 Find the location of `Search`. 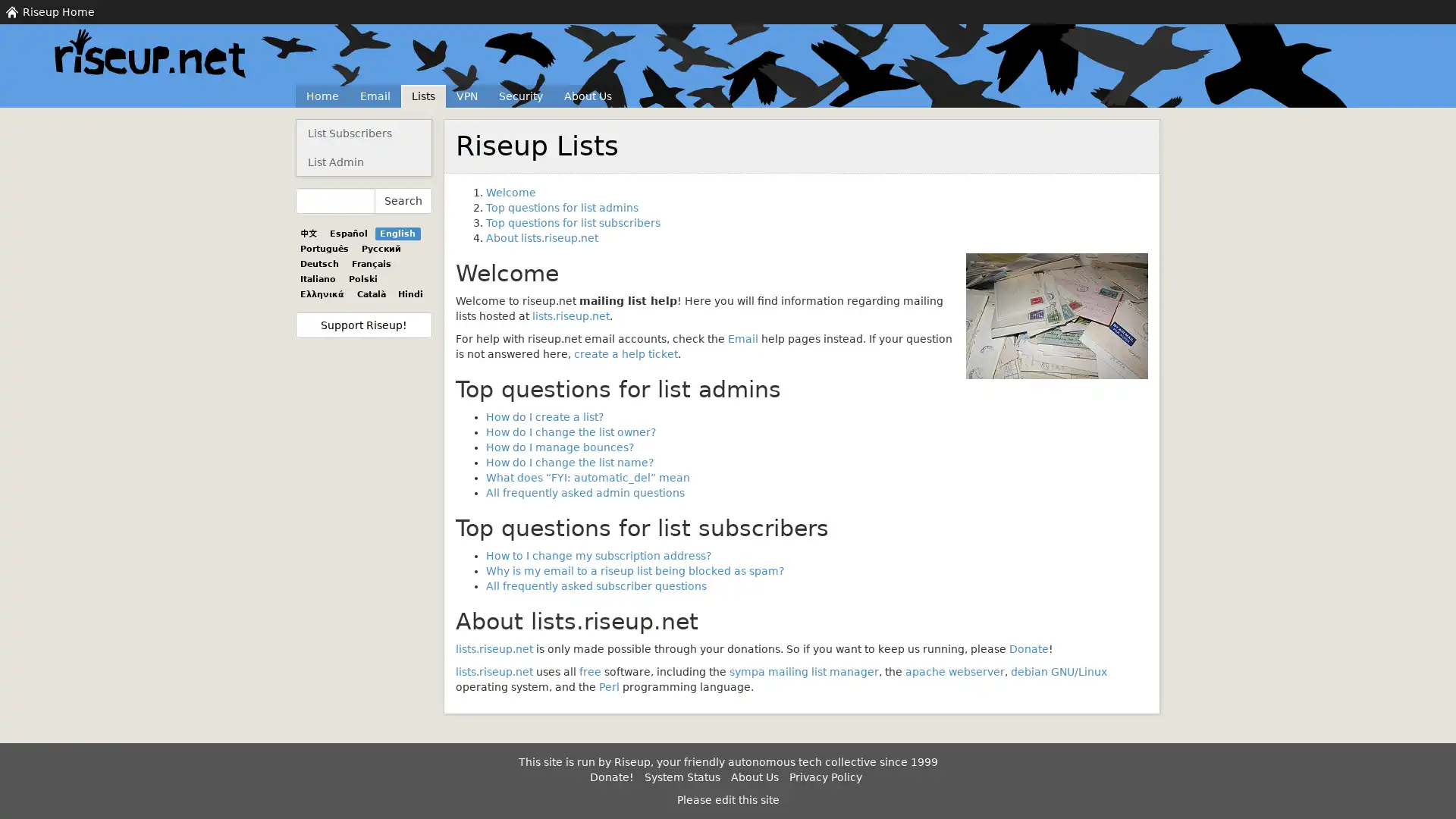

Search is located at coordinates (403, 200).